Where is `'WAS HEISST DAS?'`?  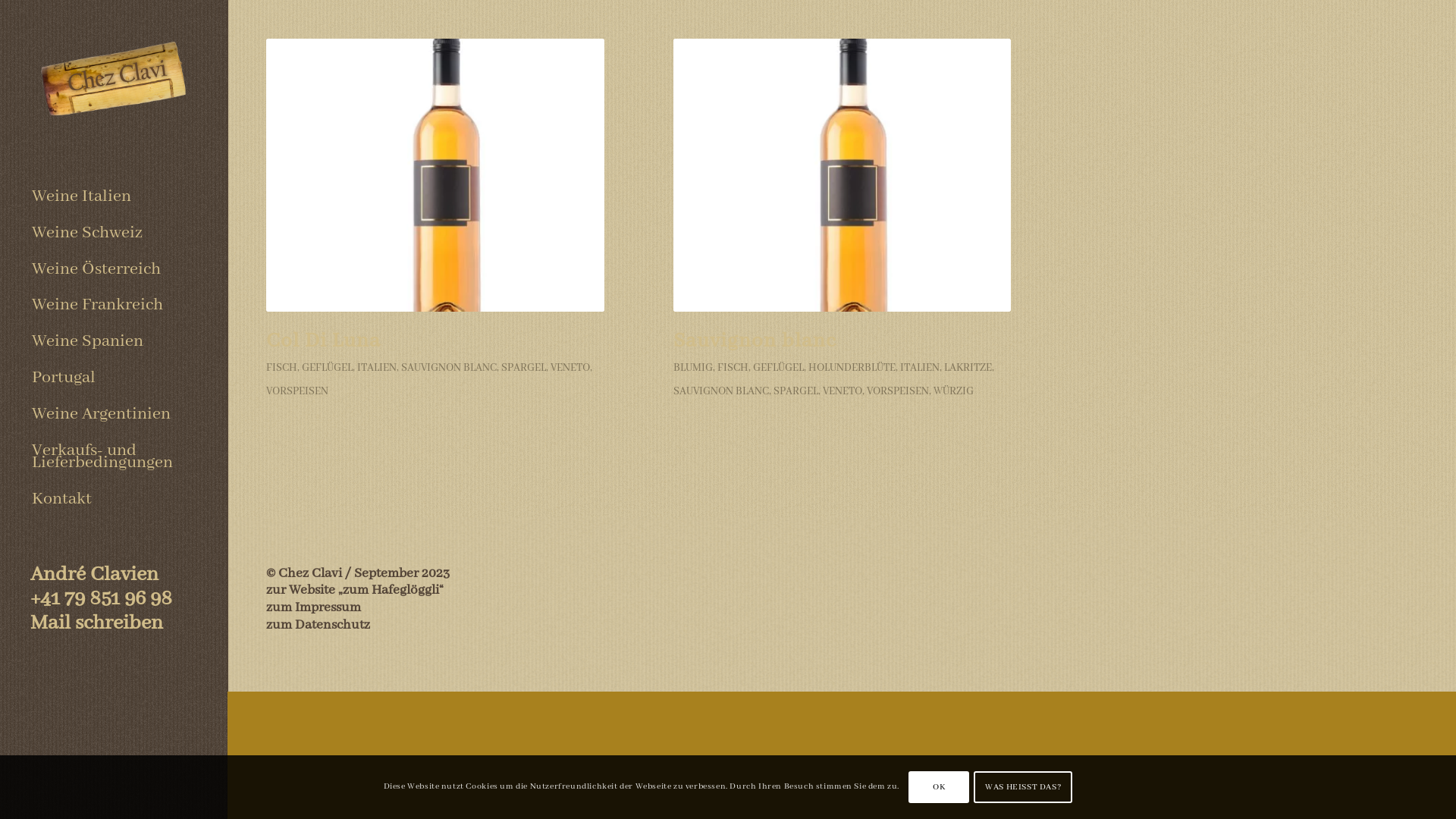
'WAS HEISST DAS?' is located at coordinates (973, 786).